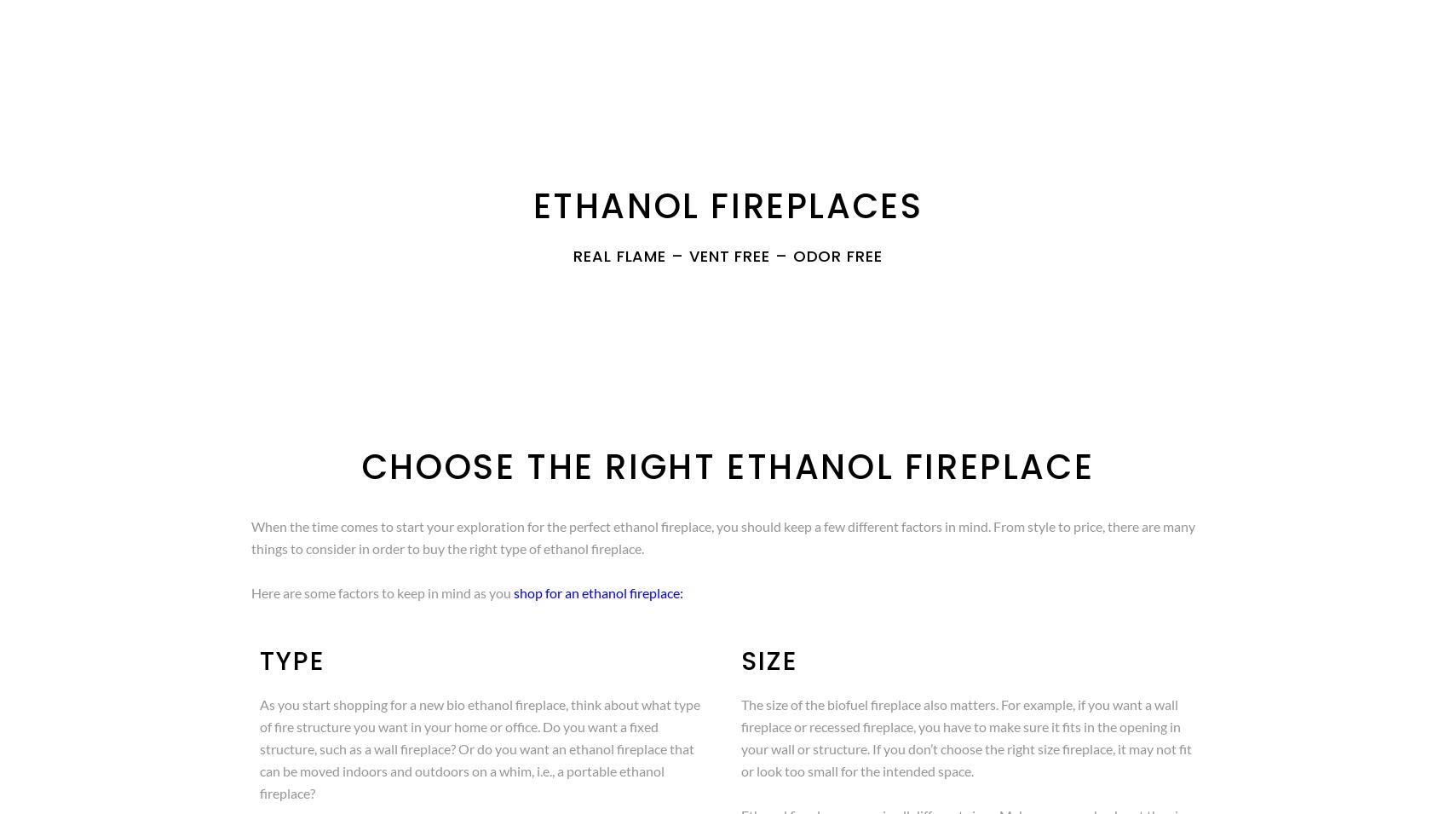  What do you see at coordinates (726, 205) in the screenshot?
I see `'ETHANOL FIREPLACES'` at bounding box center [726, 205].